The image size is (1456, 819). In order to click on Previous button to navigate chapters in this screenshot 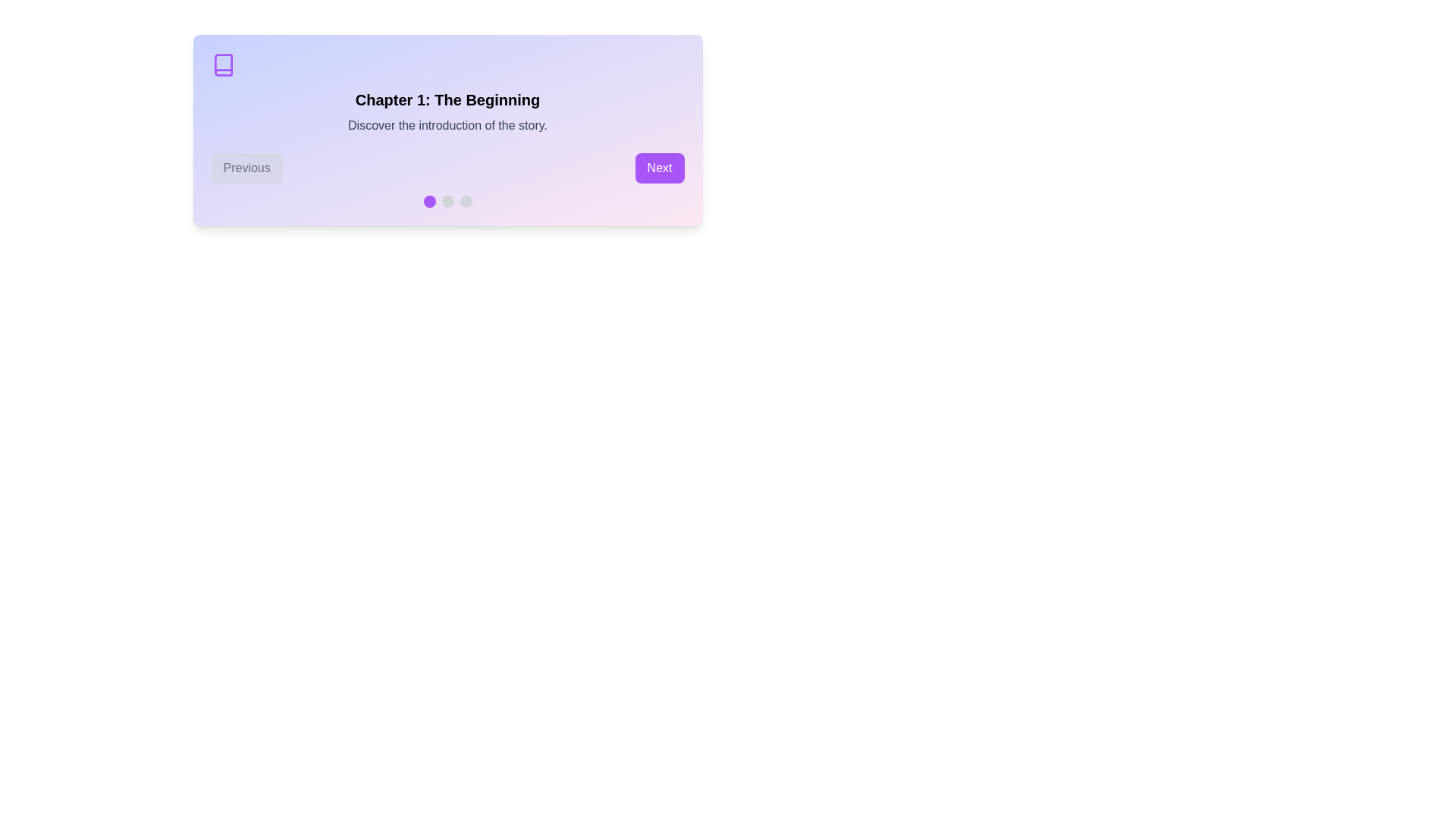, I will do `click(246, 168)`.